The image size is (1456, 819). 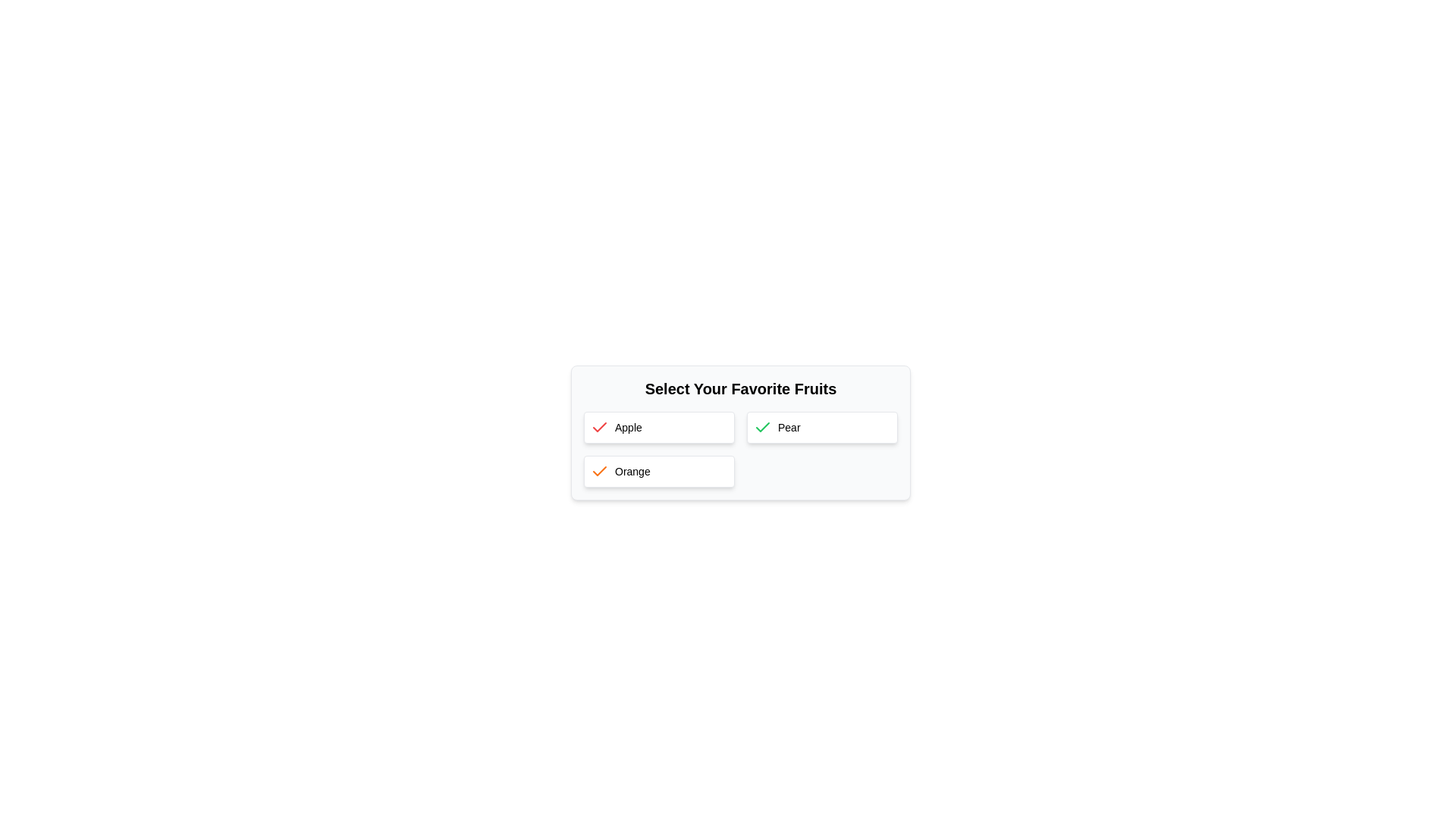 What do you see at coordinates (599, 427) in the screenshot?
I see `the checkmark icon` at bounding box center [599, 427].